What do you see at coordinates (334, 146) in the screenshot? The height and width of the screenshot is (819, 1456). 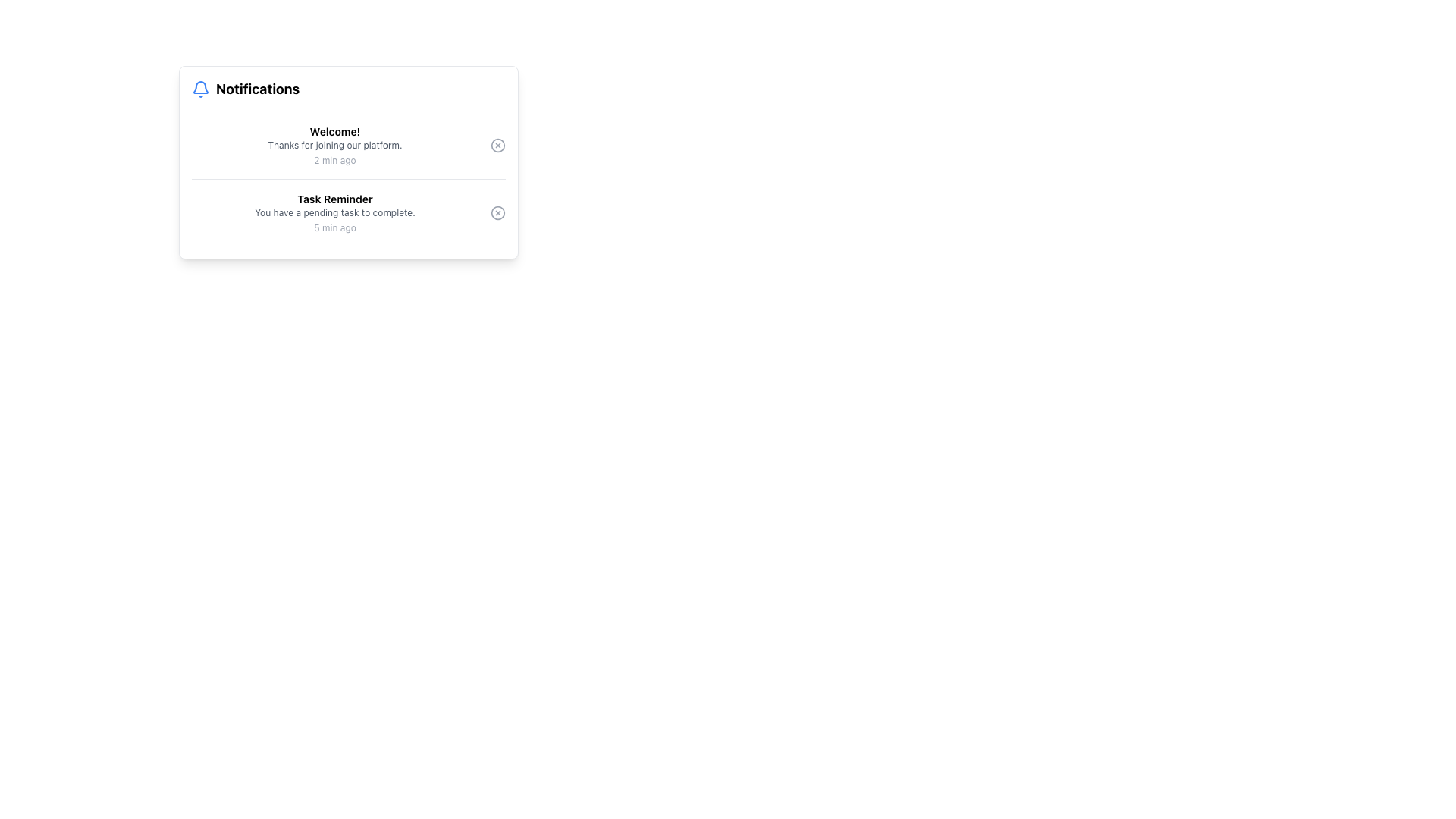 I see `the text label that reads 'Thanks for joining our platform.' which is styled in gray and located beneath the title 'Welcome!' and above the timestamp '2 min ago.'` at bounding box center [334, 146].